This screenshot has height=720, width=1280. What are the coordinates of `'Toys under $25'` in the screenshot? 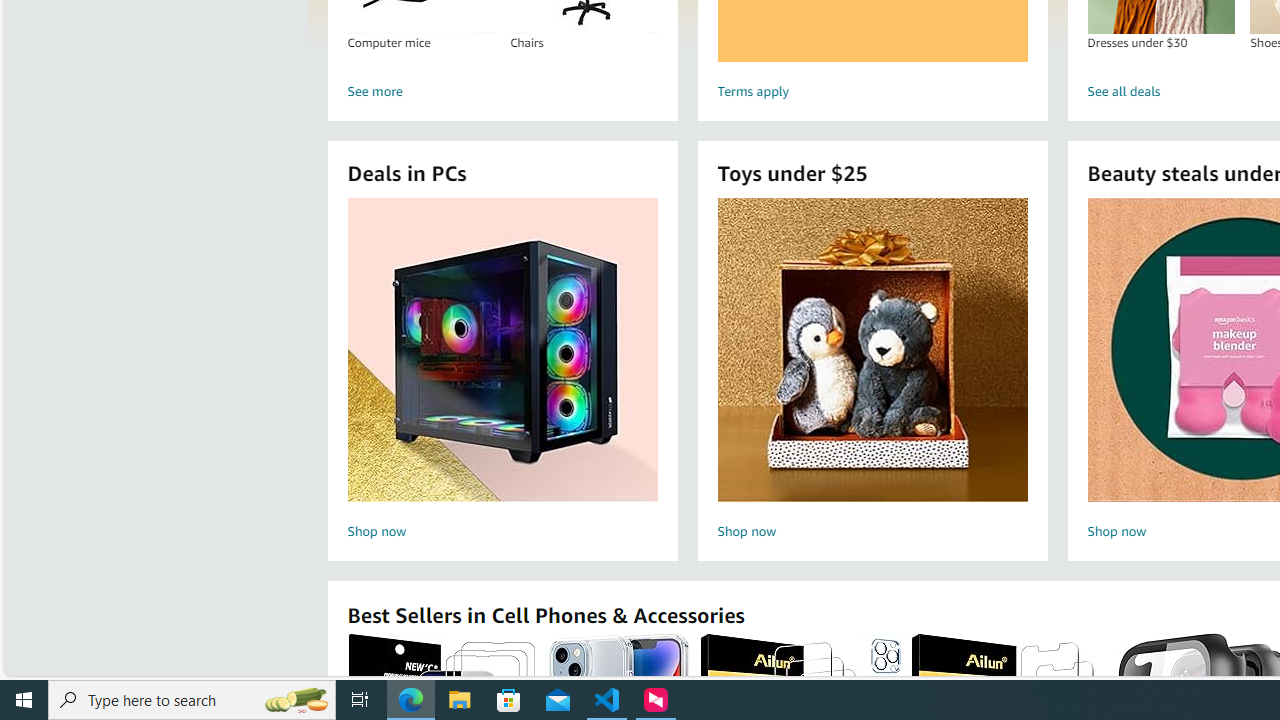 It's located at (872, 348).